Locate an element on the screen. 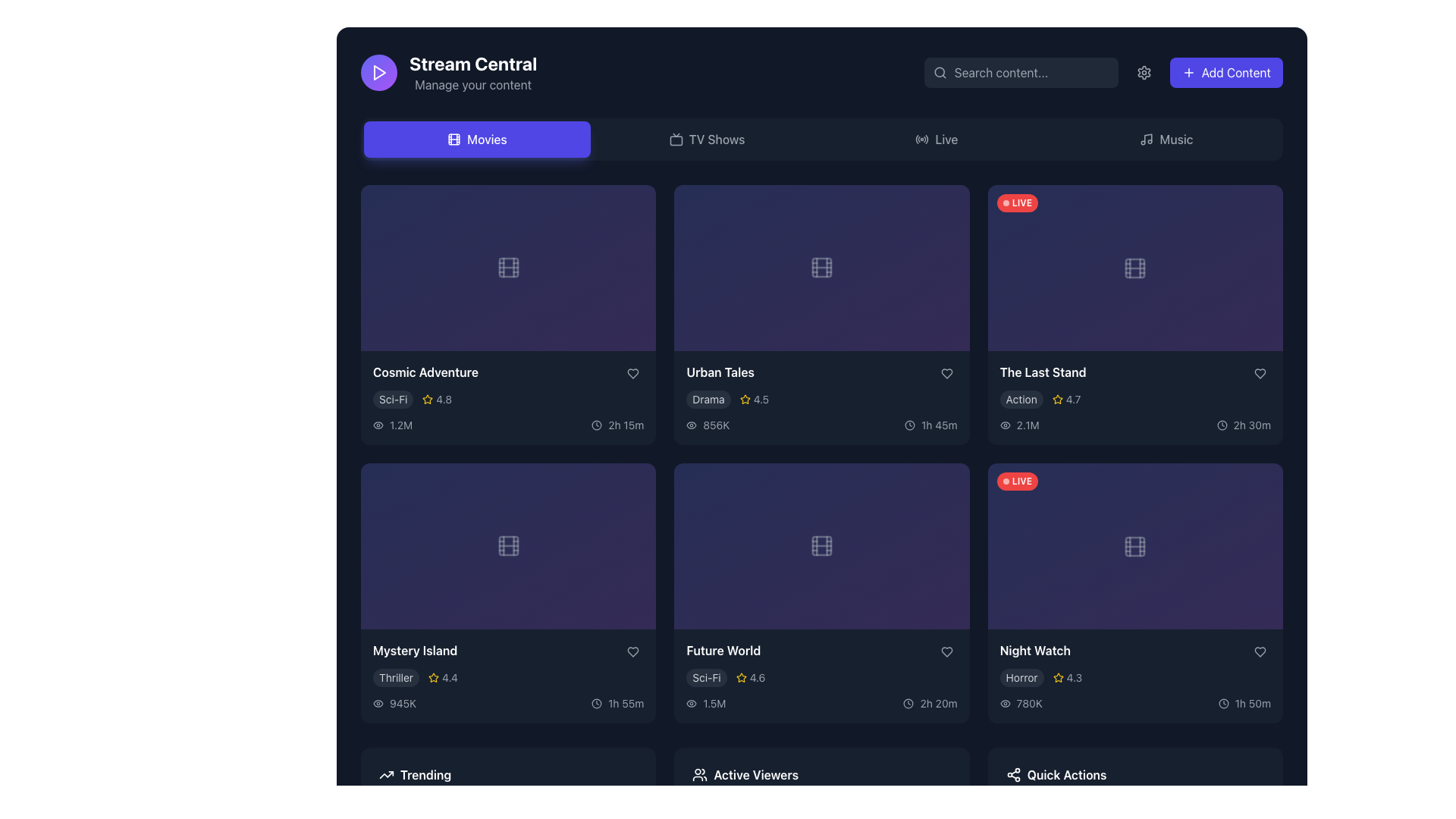 The height and width of the screenshot is (819, 1456). the yellow star icon representing a rating of 4.5 in the 'Urban Tales' card is located at coordinates (745, 398).